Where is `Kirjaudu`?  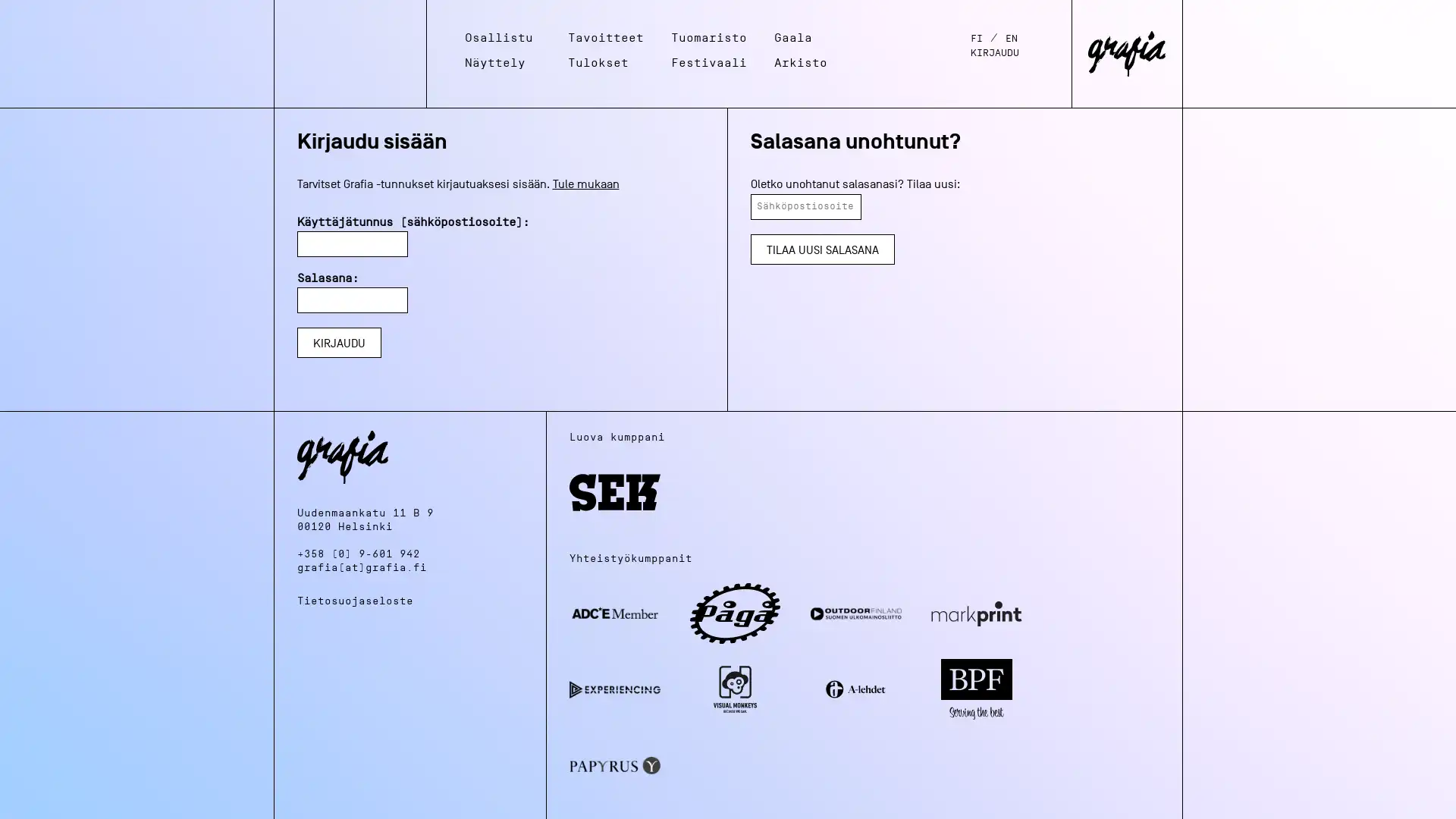 Kirjaudu is located at coordinates (337, 342).